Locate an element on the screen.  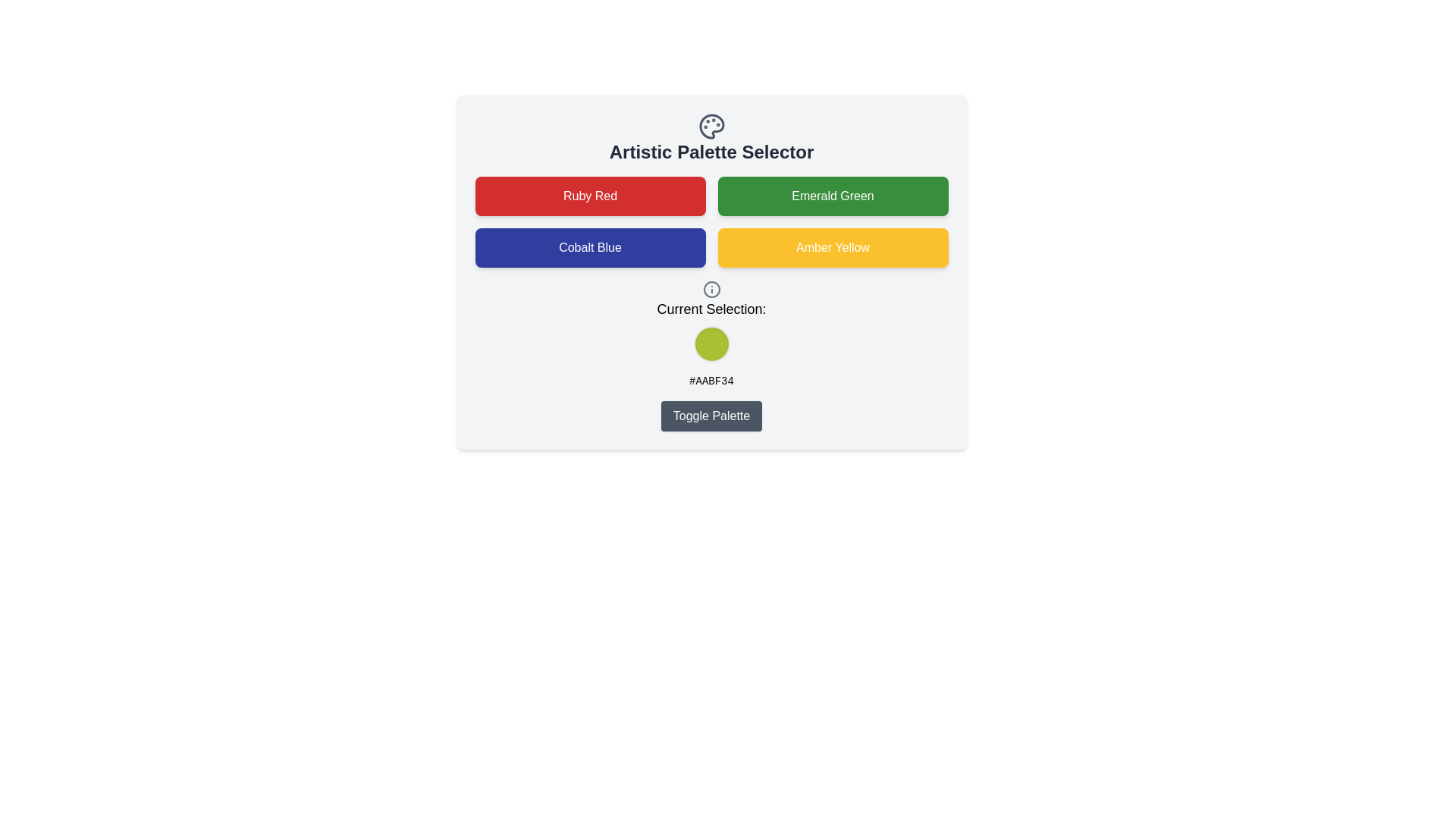
static text displaying the hex code of the currently selected color, which is centrally aligned beneath the circular color swatch and above the 'Toggle Palette' button is located at coordinates (711, 380).